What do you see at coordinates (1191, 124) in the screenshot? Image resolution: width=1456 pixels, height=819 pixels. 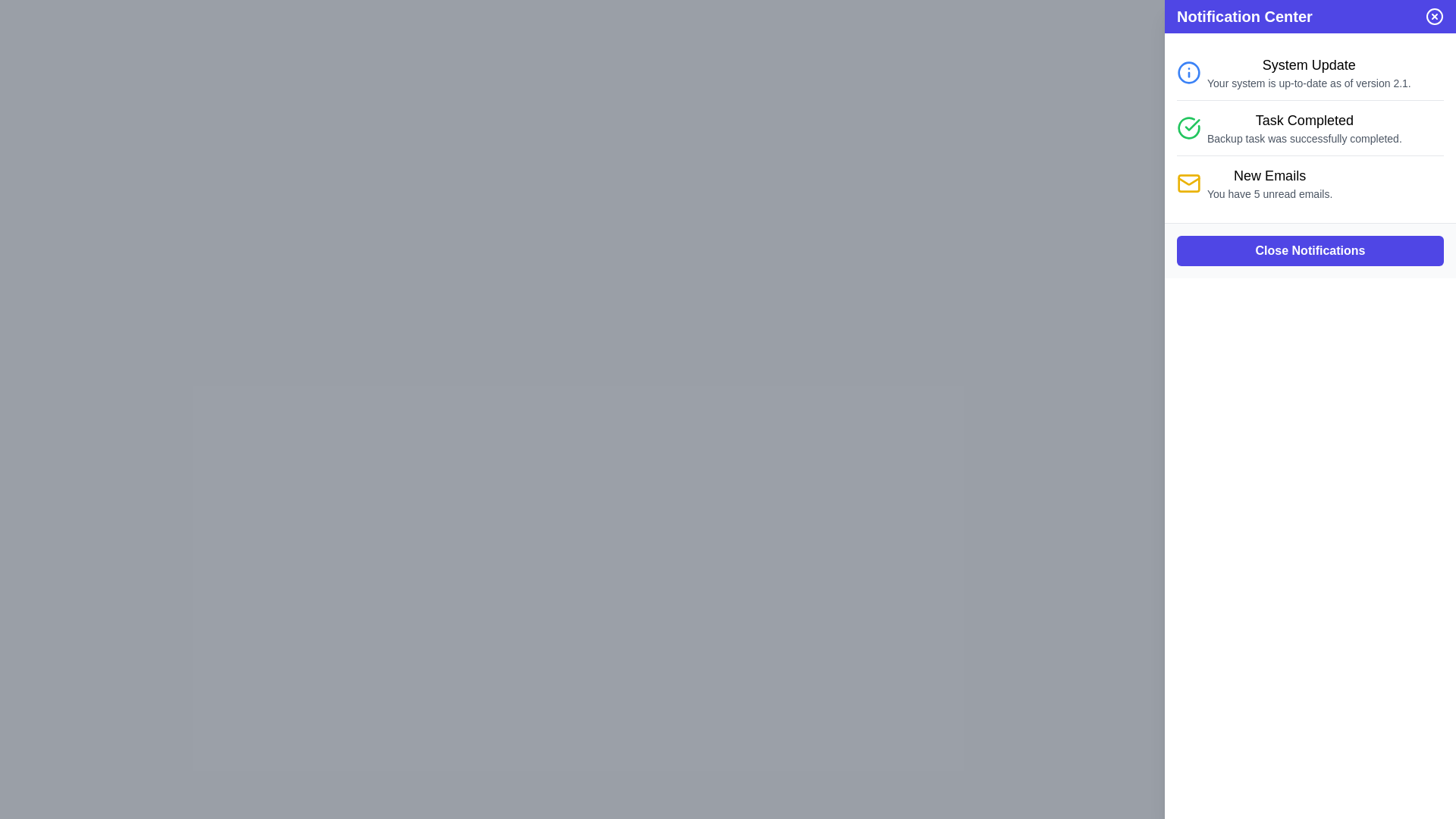 I see `the green check mark icon that indicates 'Task Completed' notification, located in the second notification entry` at bounding box center [1191, 124].